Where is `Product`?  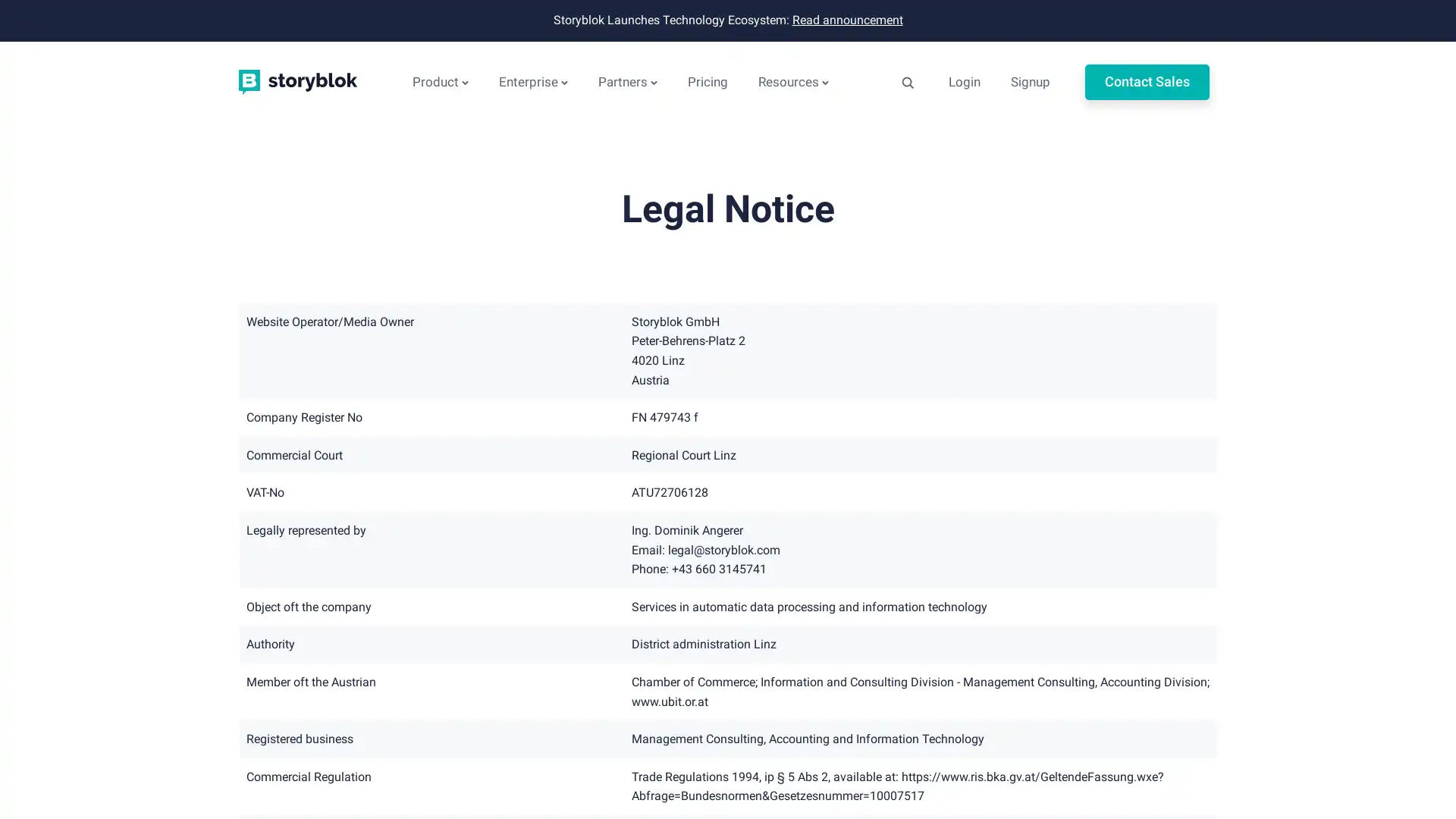 Product is located at coordinates (439, 82).